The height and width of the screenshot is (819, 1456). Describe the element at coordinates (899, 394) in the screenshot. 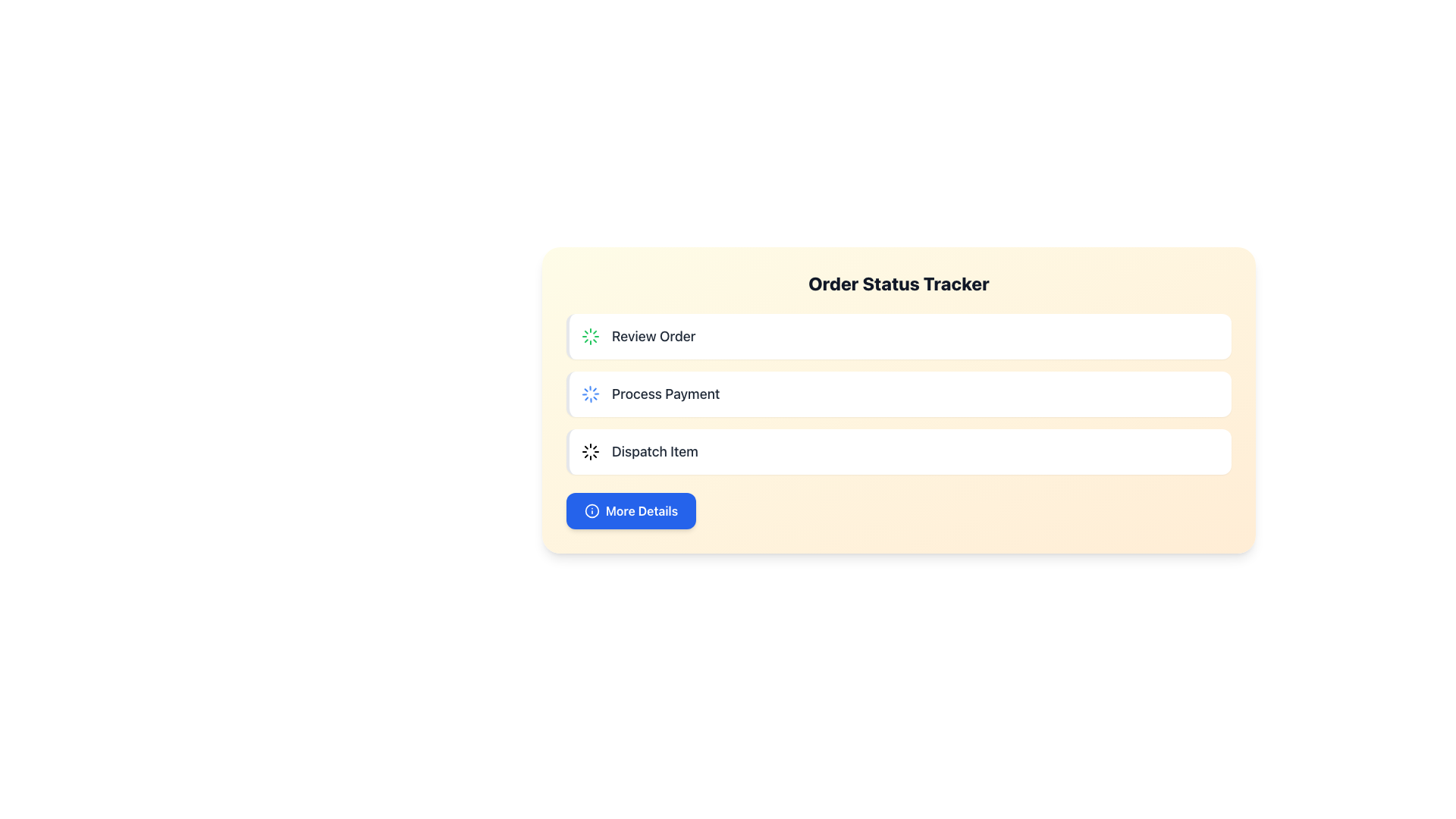

I see `the 'Process Payment' item in the 'Order Status Tracker' section, which visually represents the progression of steps in an order process` at that location.